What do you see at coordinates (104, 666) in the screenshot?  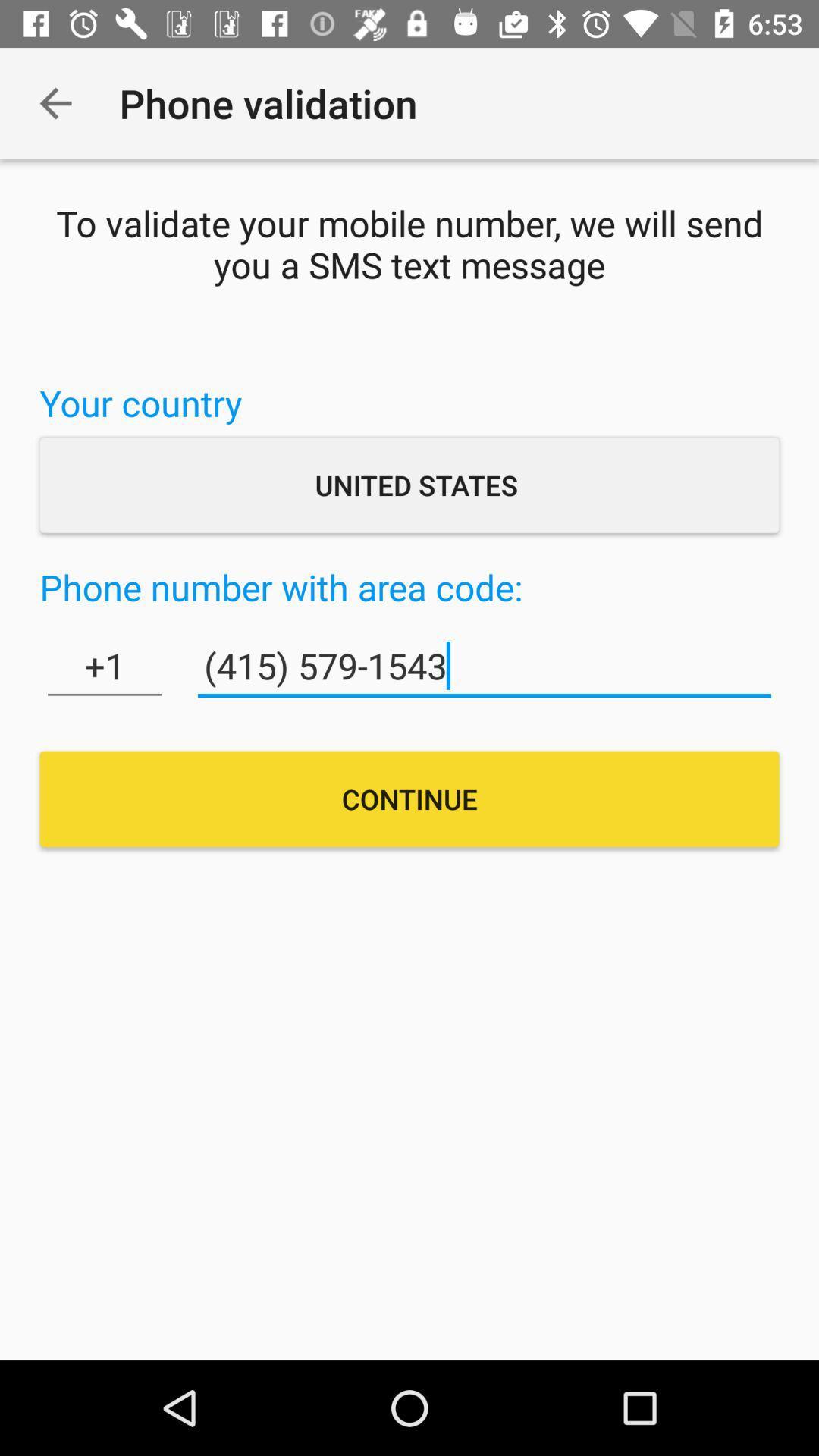 I see `icon below the phone number with icon` at bounding box center [104, 666].